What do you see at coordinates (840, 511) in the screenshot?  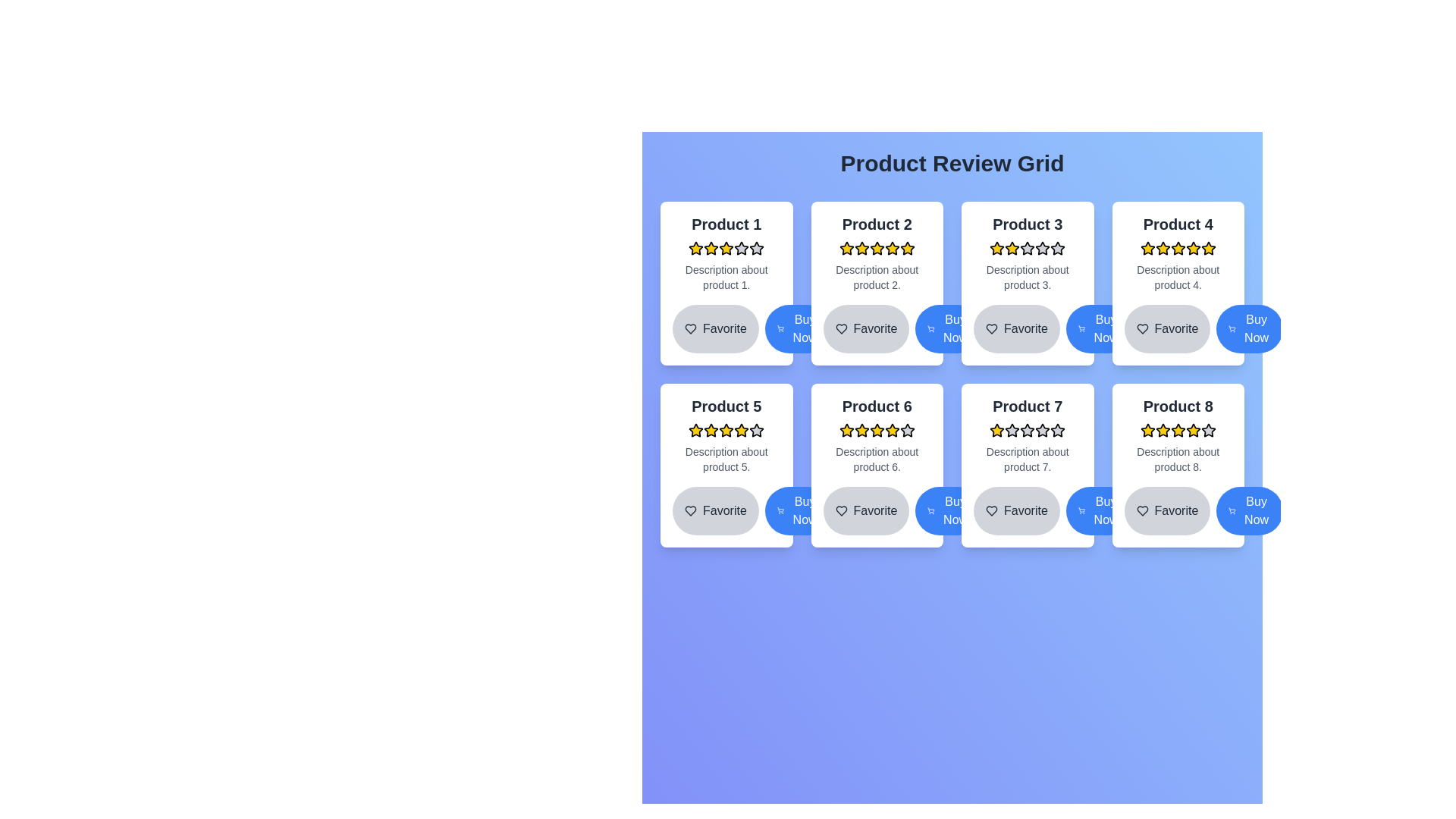 I see `the heart icon styled with an outline, which represents the favorite feature, located inside the 'Favorite' button adjacent to the 'Favorite' text label for 'Product 6'` at bounding box center [840, 511].